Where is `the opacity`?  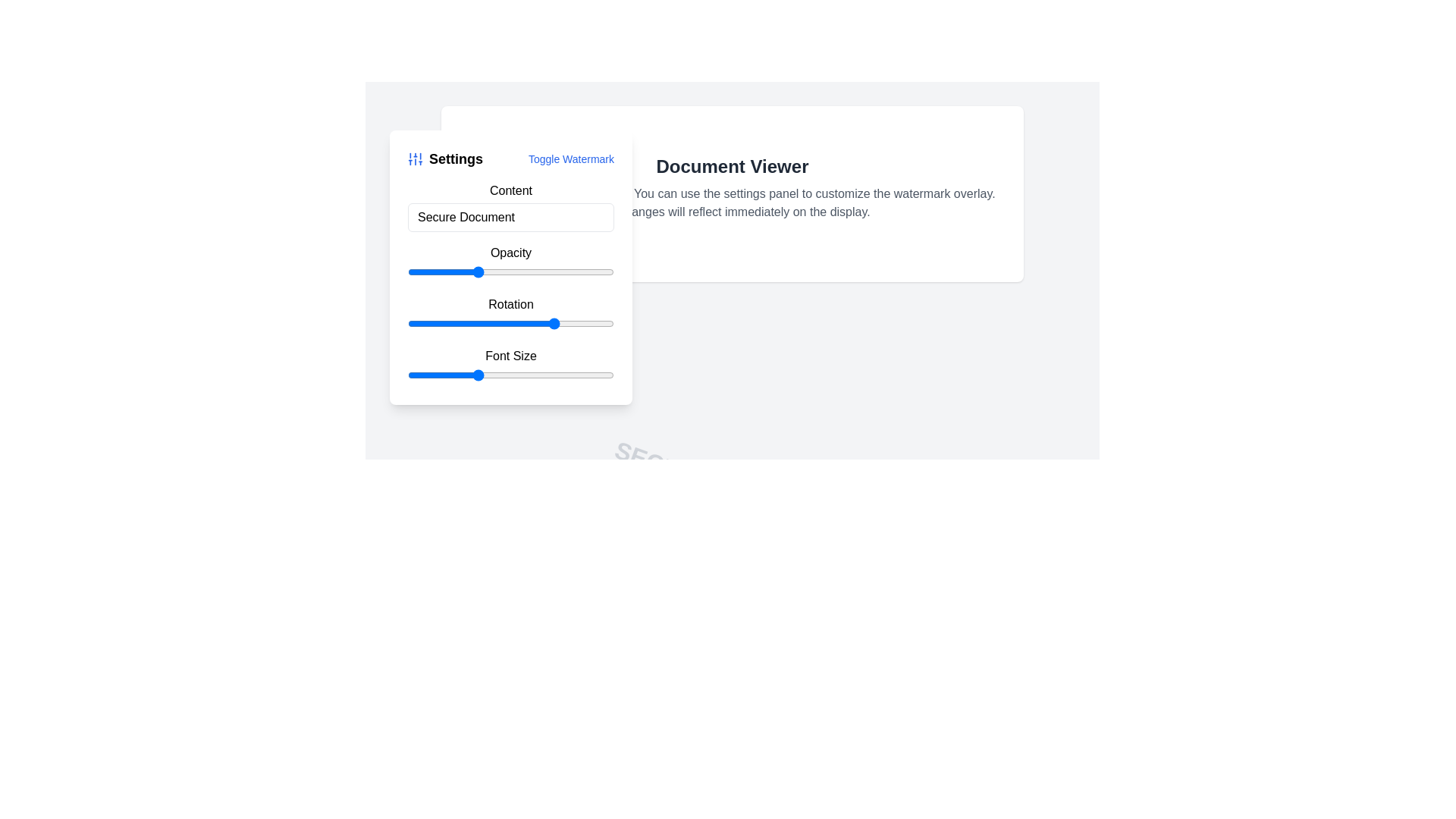
the opacity is located at coordinates (384, 271).